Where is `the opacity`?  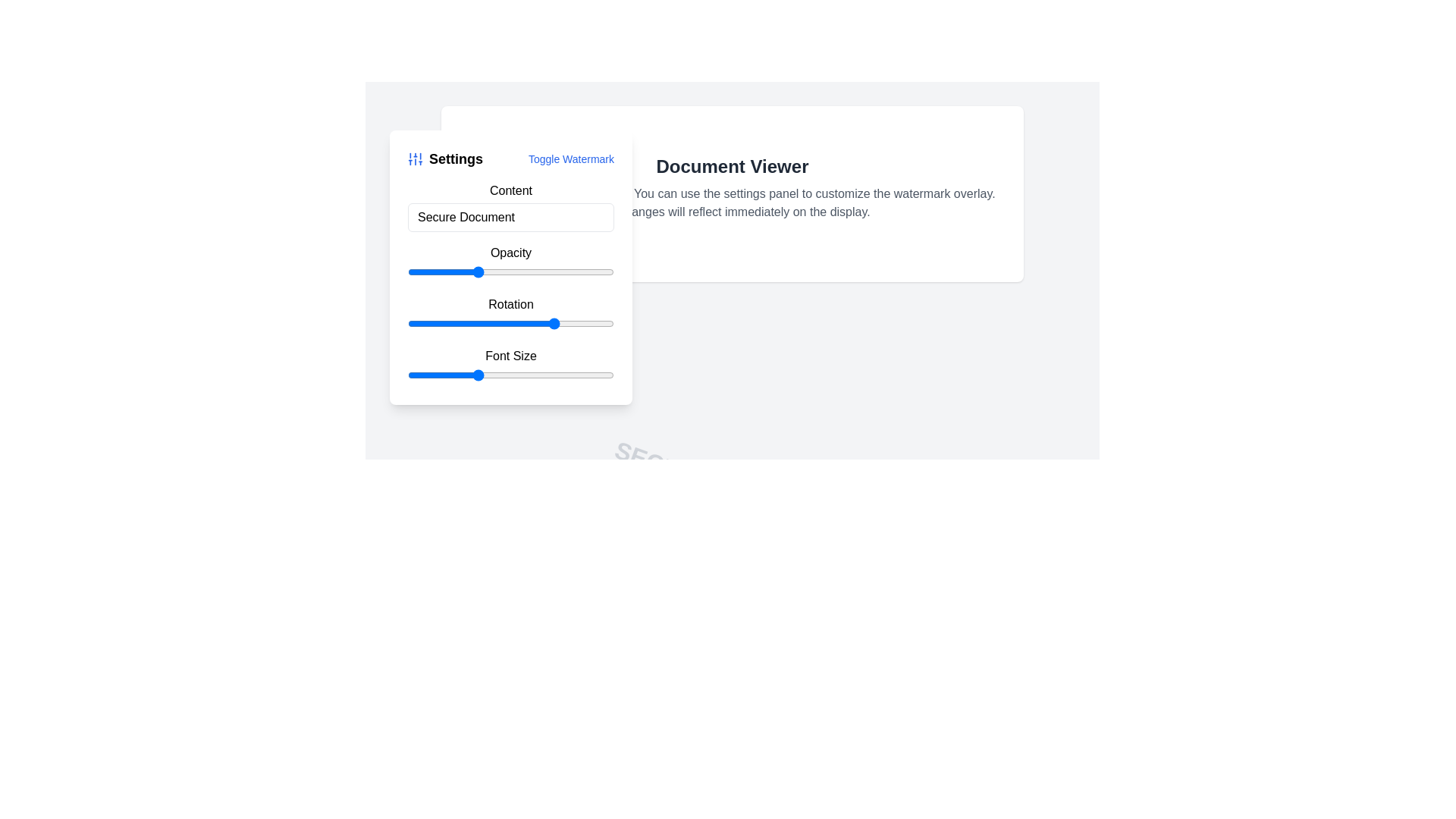
the opacity is located at coordinates (384, 271).